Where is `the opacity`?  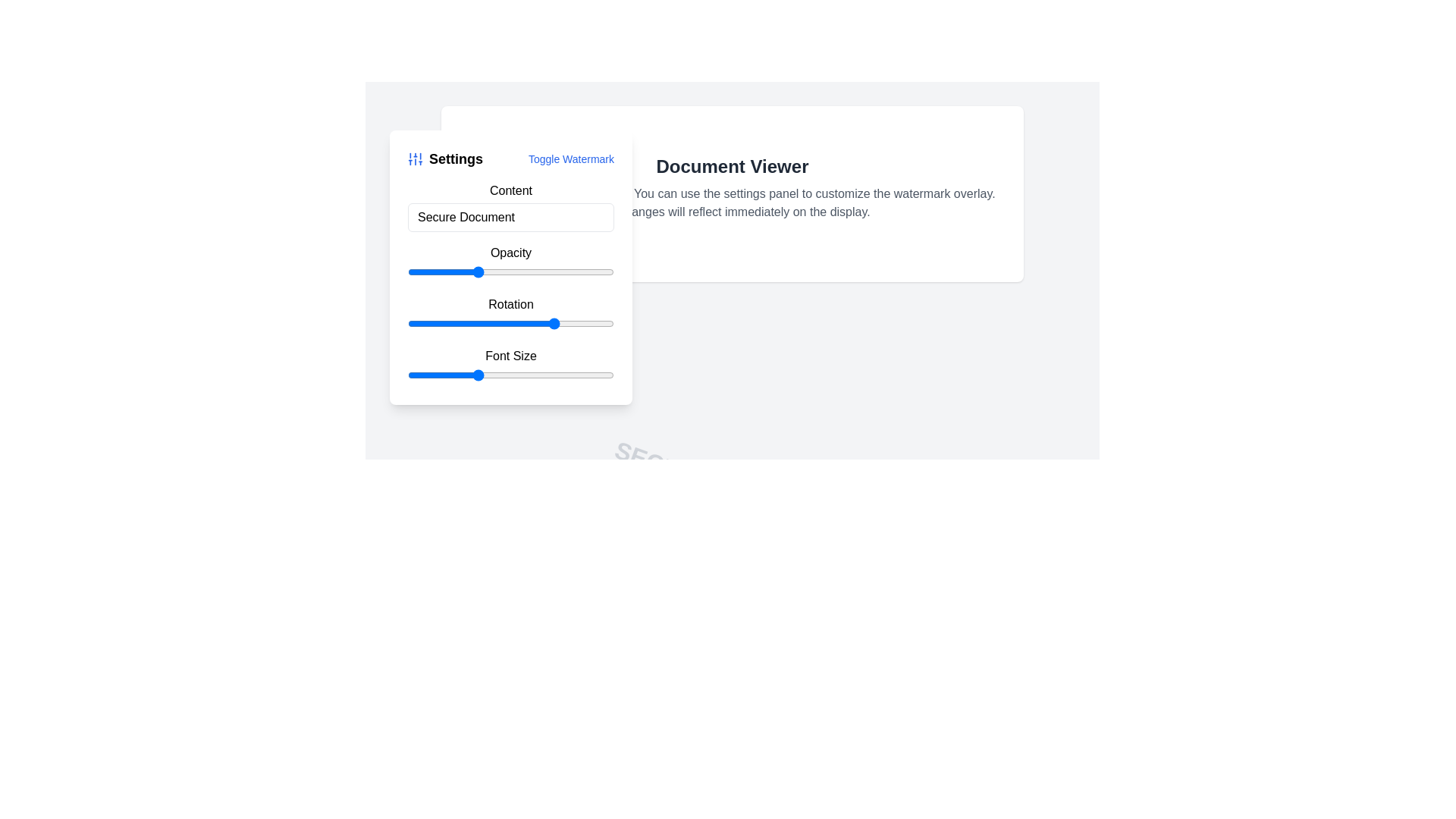
the opacity is located at coordinates (384, 271).